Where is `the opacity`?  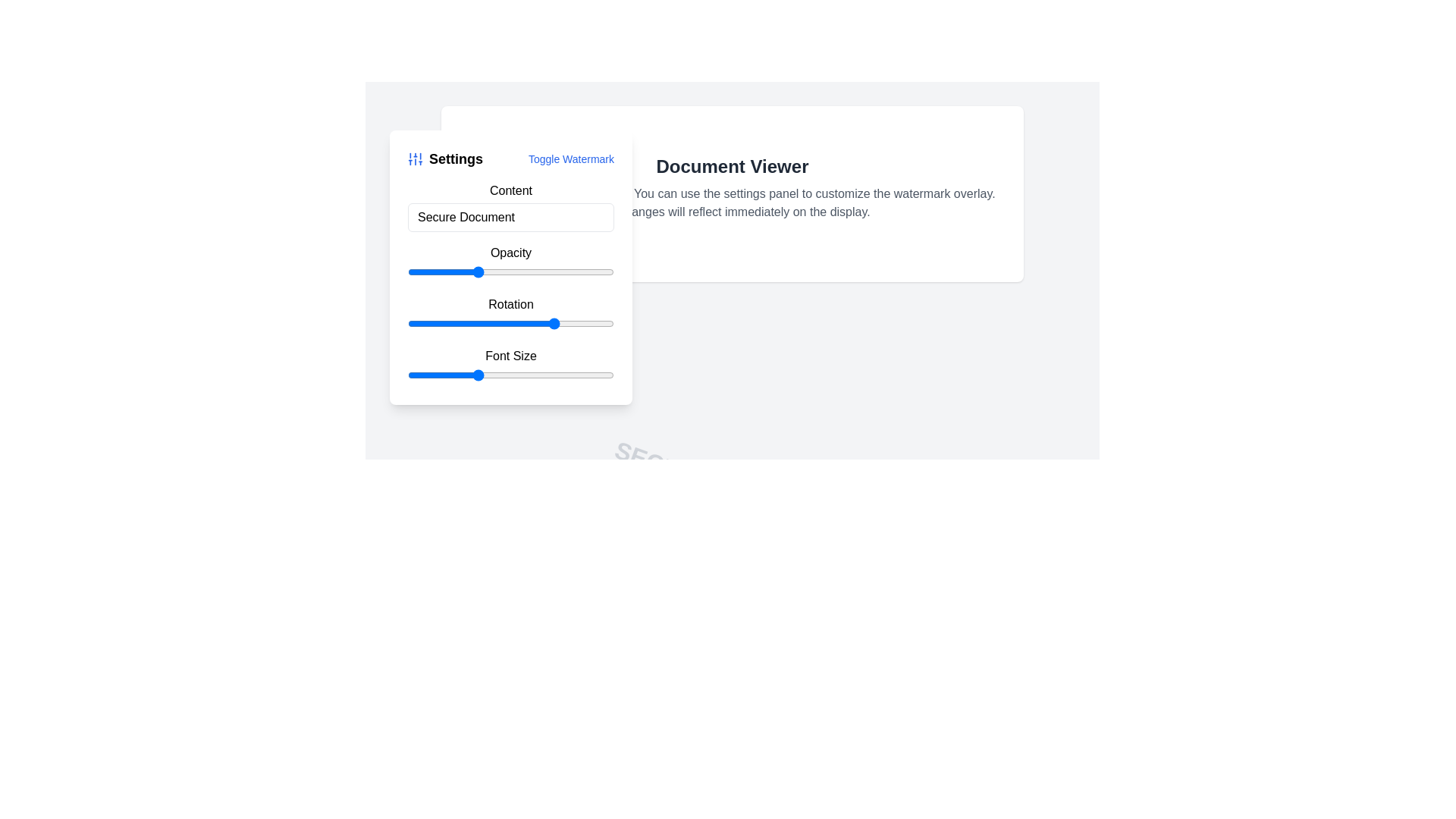
the opacity is located at coordinates (384, 271).